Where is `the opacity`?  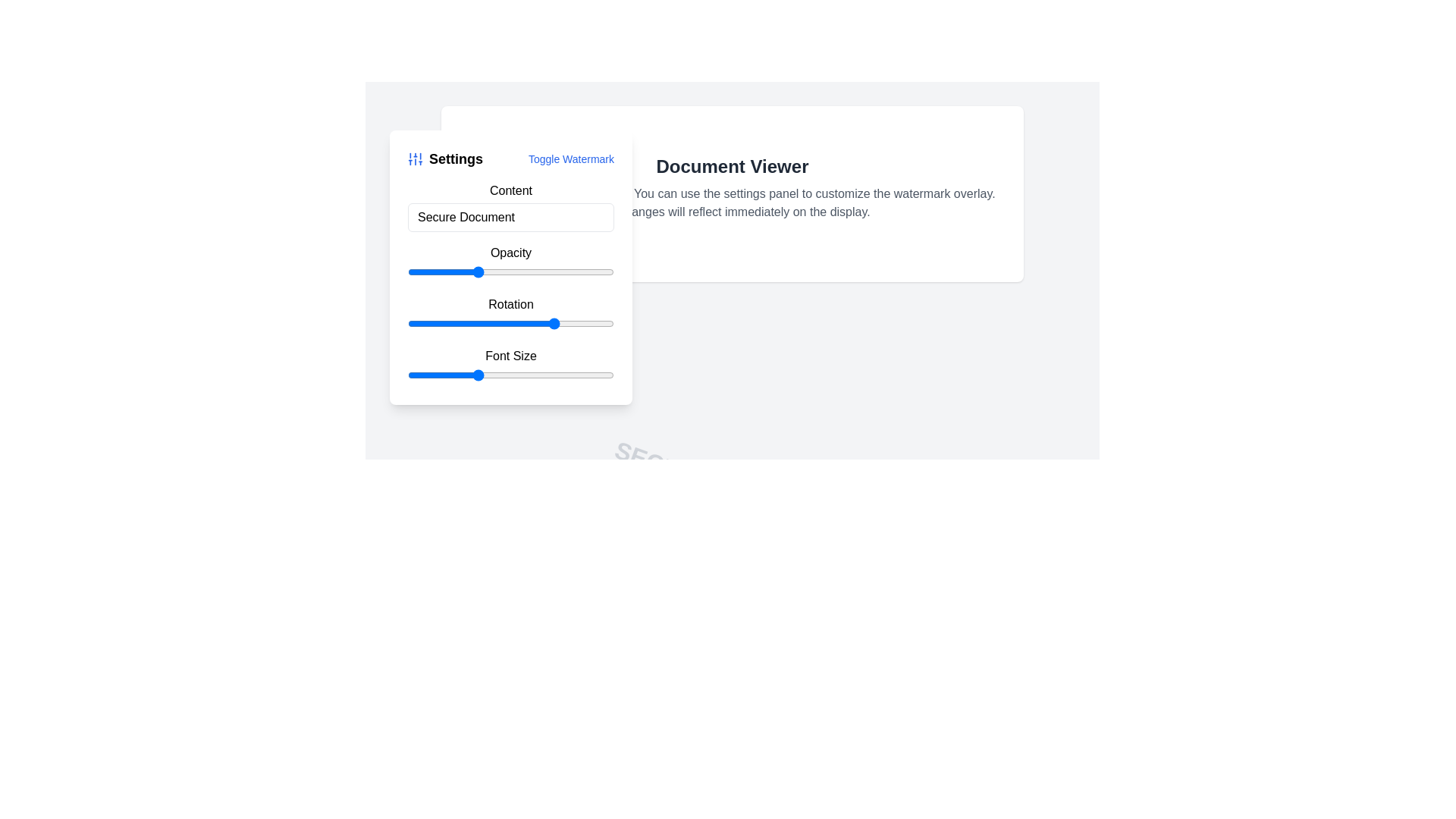
the opacity is located at coordinates (384, 271).